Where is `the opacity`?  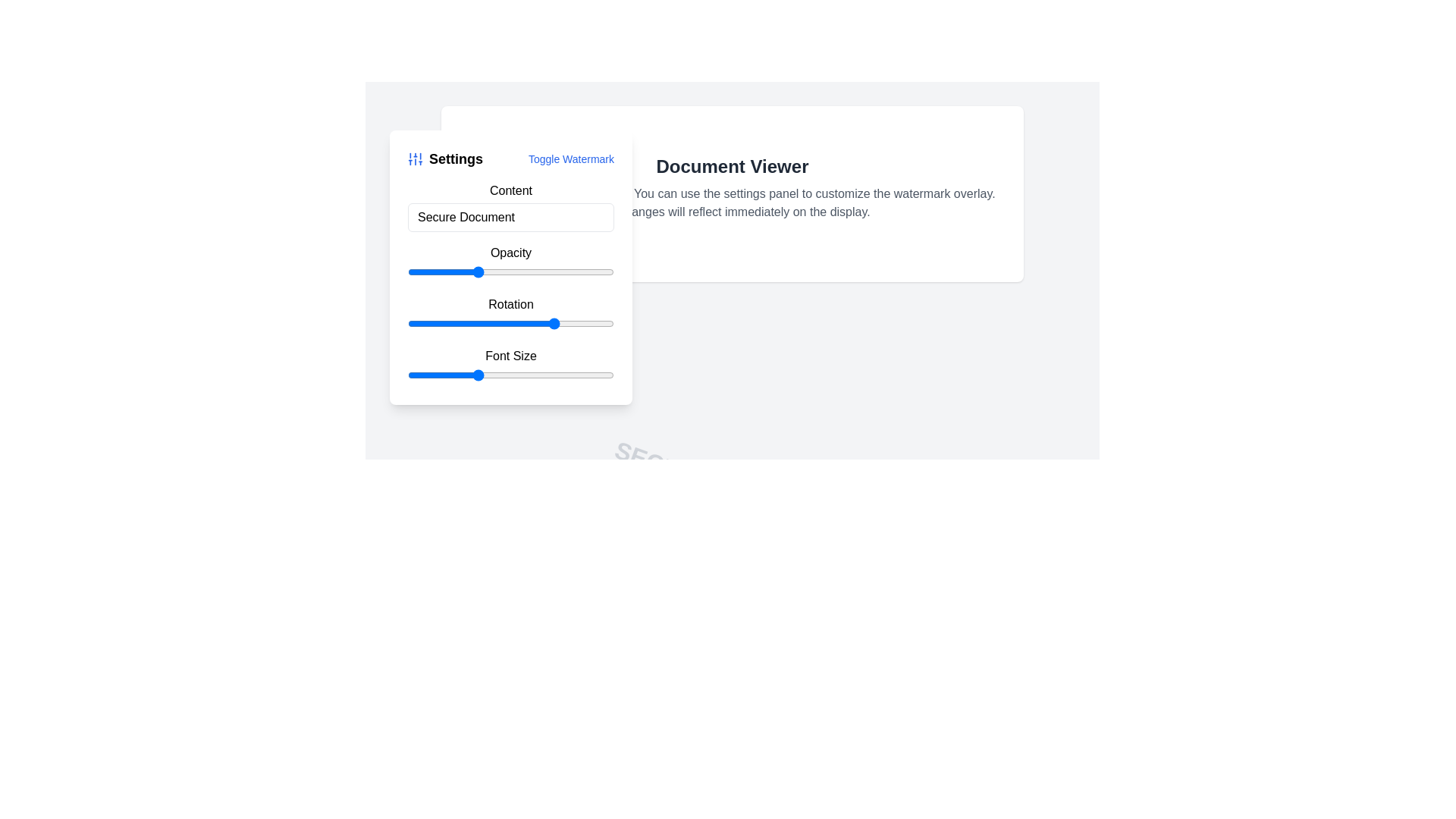
the opacity is located at coordinates (384, 271).